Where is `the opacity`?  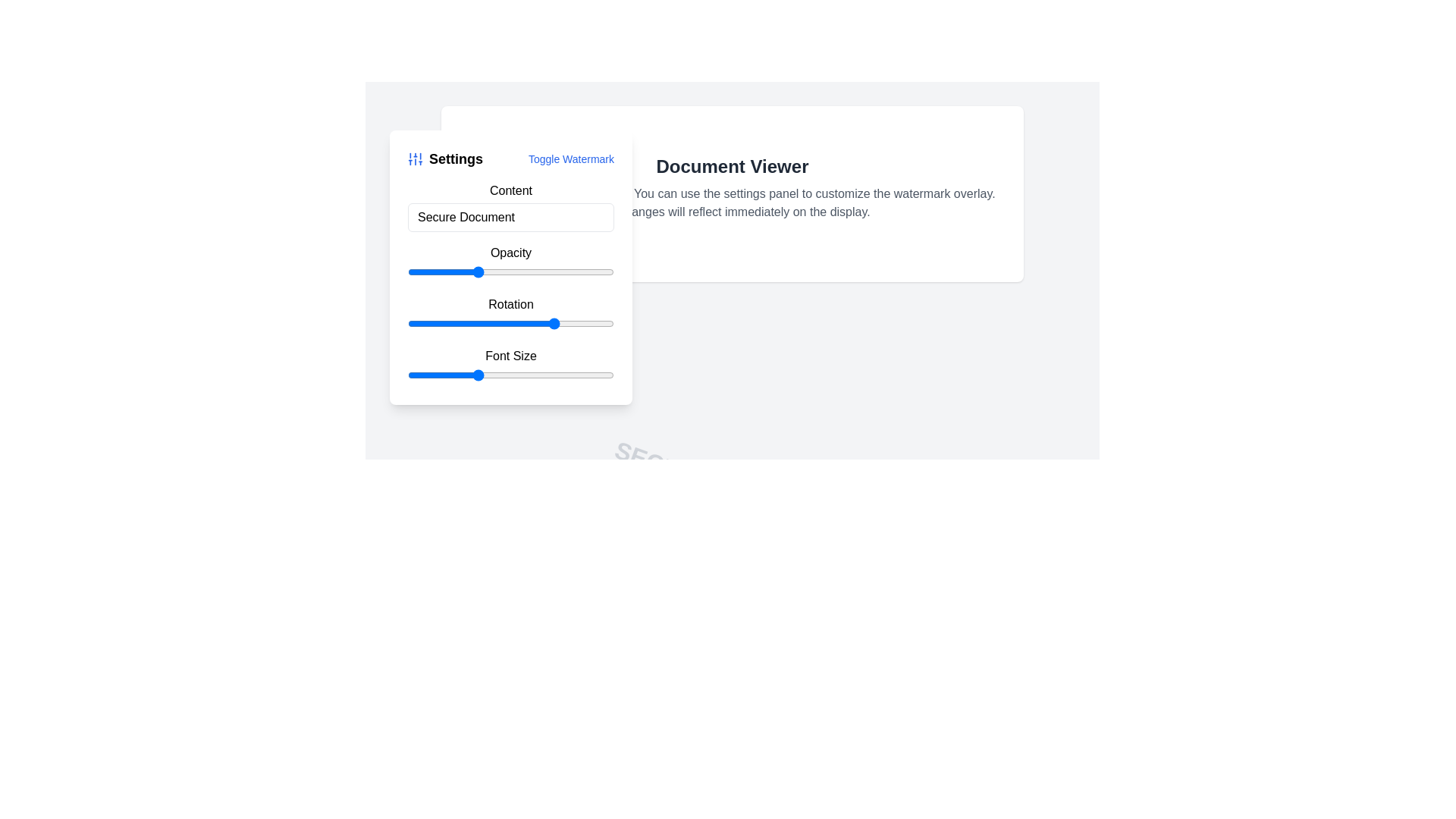
the opacity is located at coordinates (384, 271).